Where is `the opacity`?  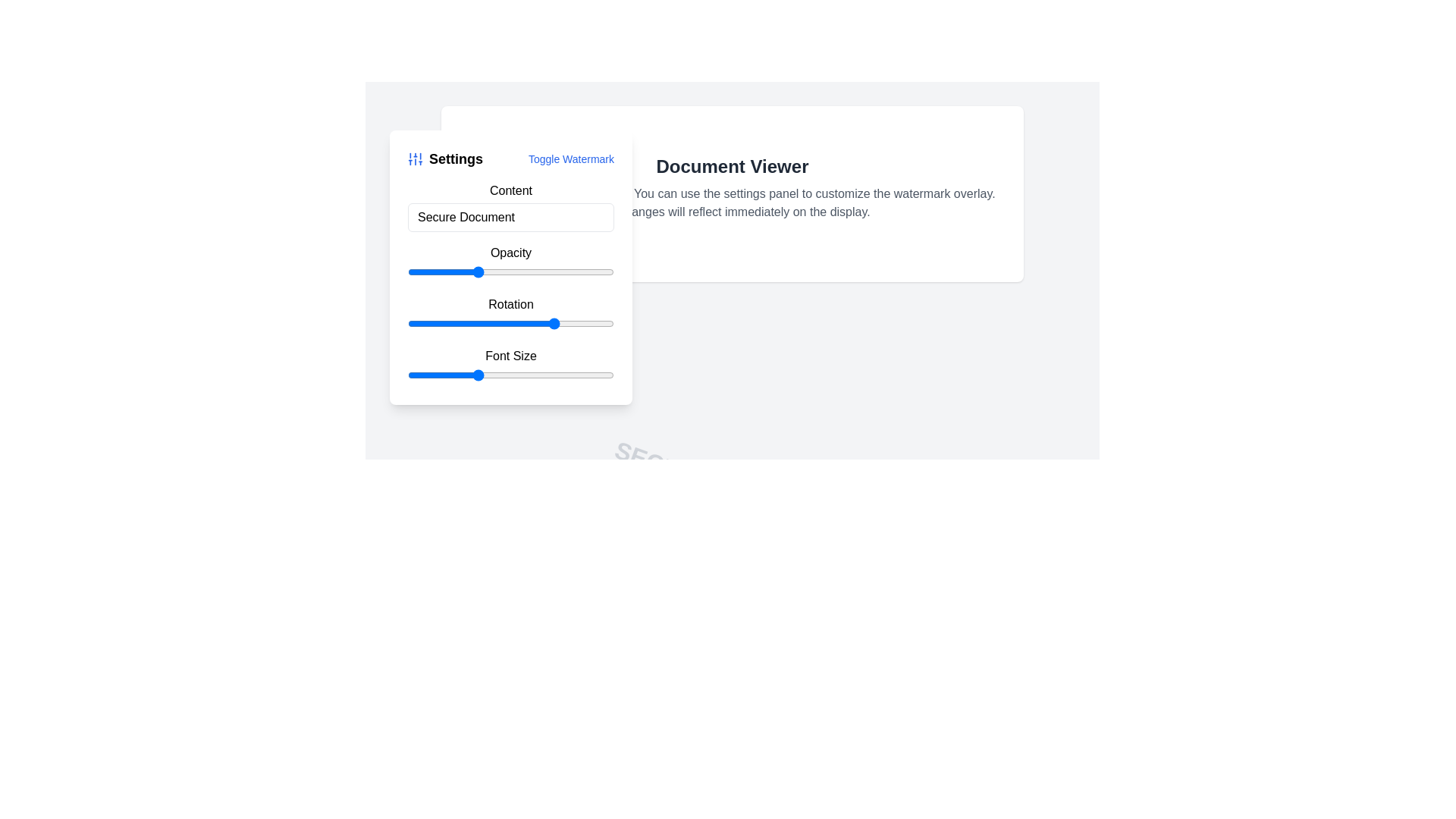
the opacity is located at coordinates (384, 271).